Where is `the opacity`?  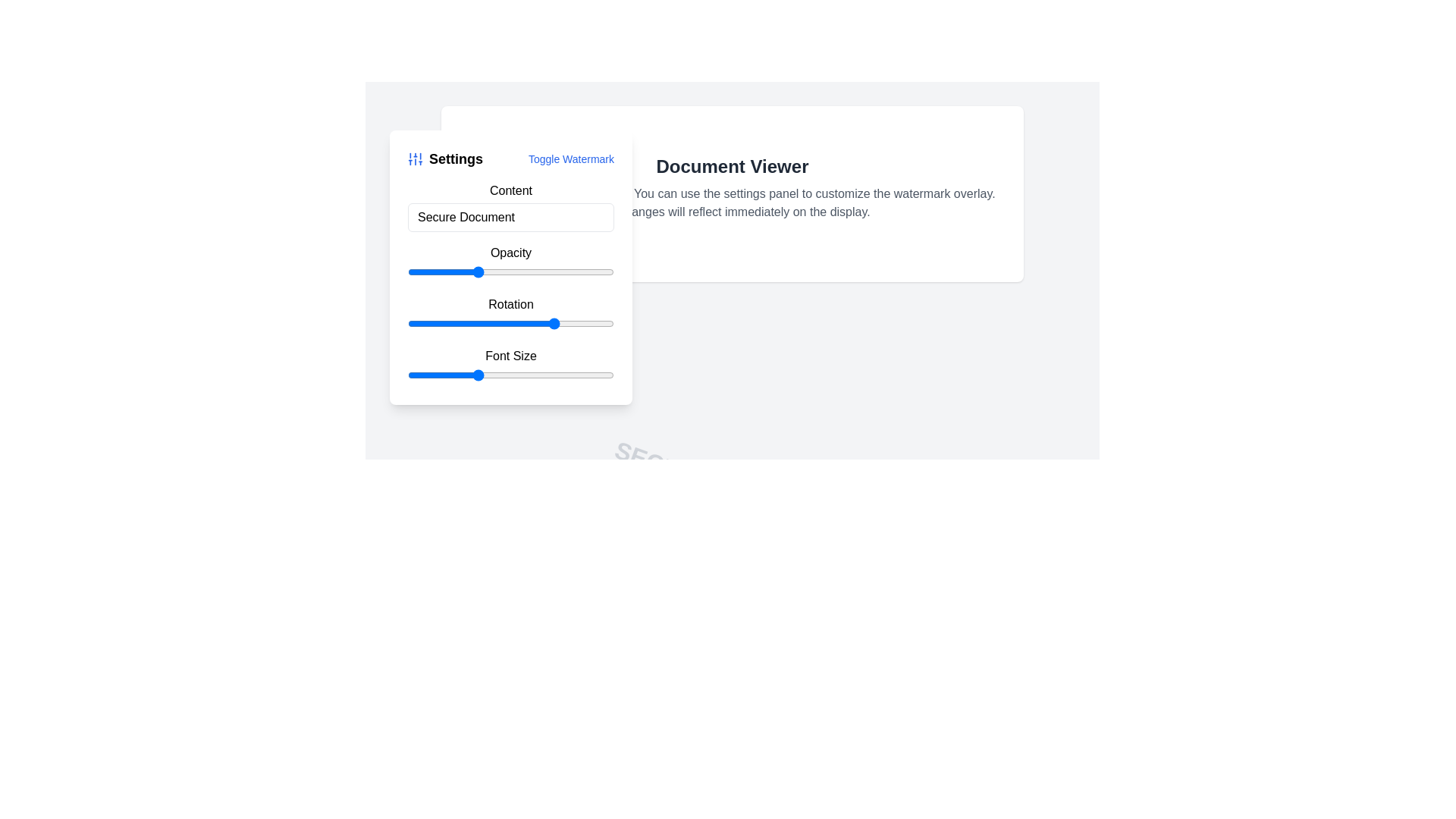
the opacity is located at coordinates (384, 271).